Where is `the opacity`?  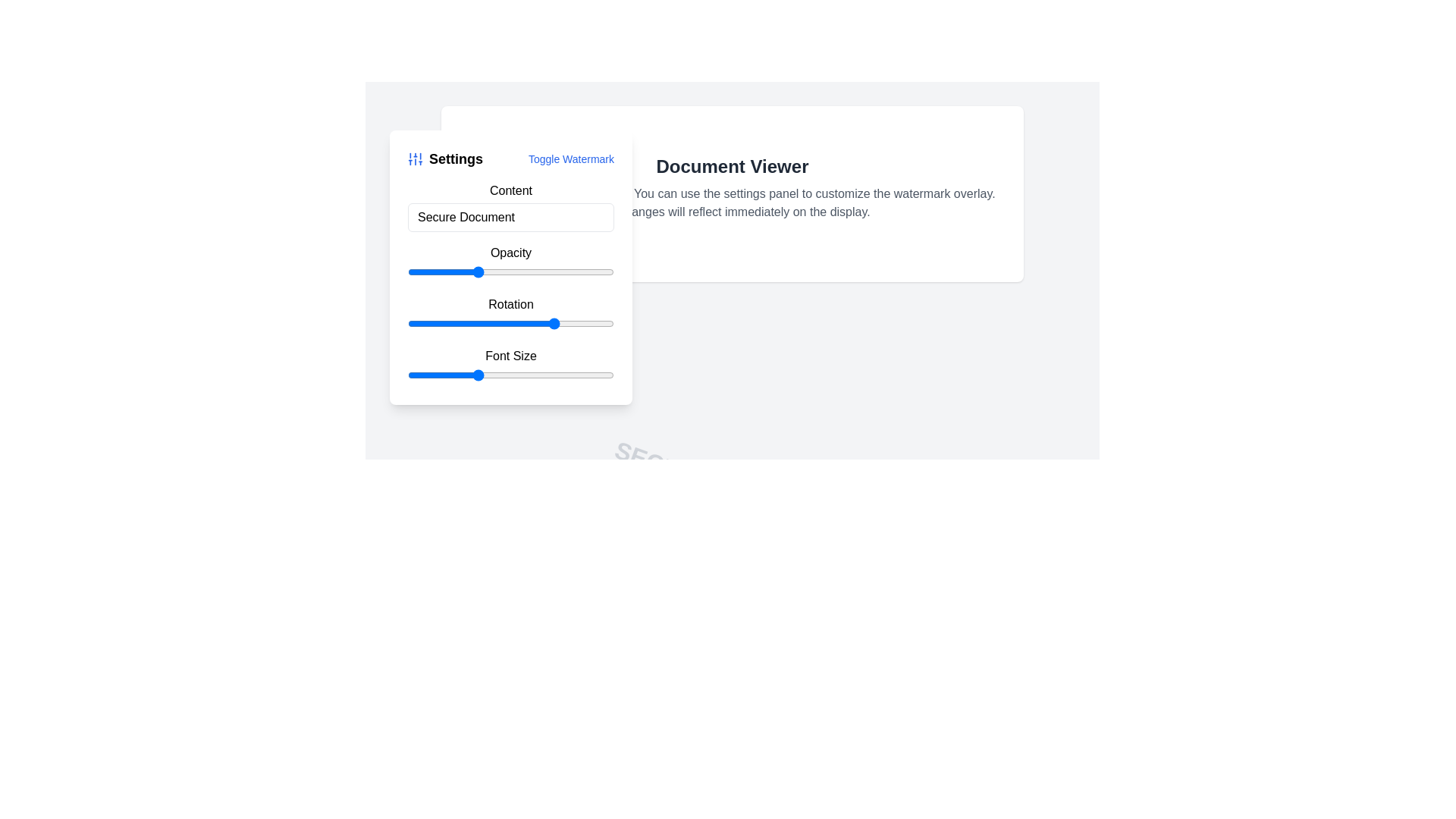
the opacity is located at coordinates (384, 271).